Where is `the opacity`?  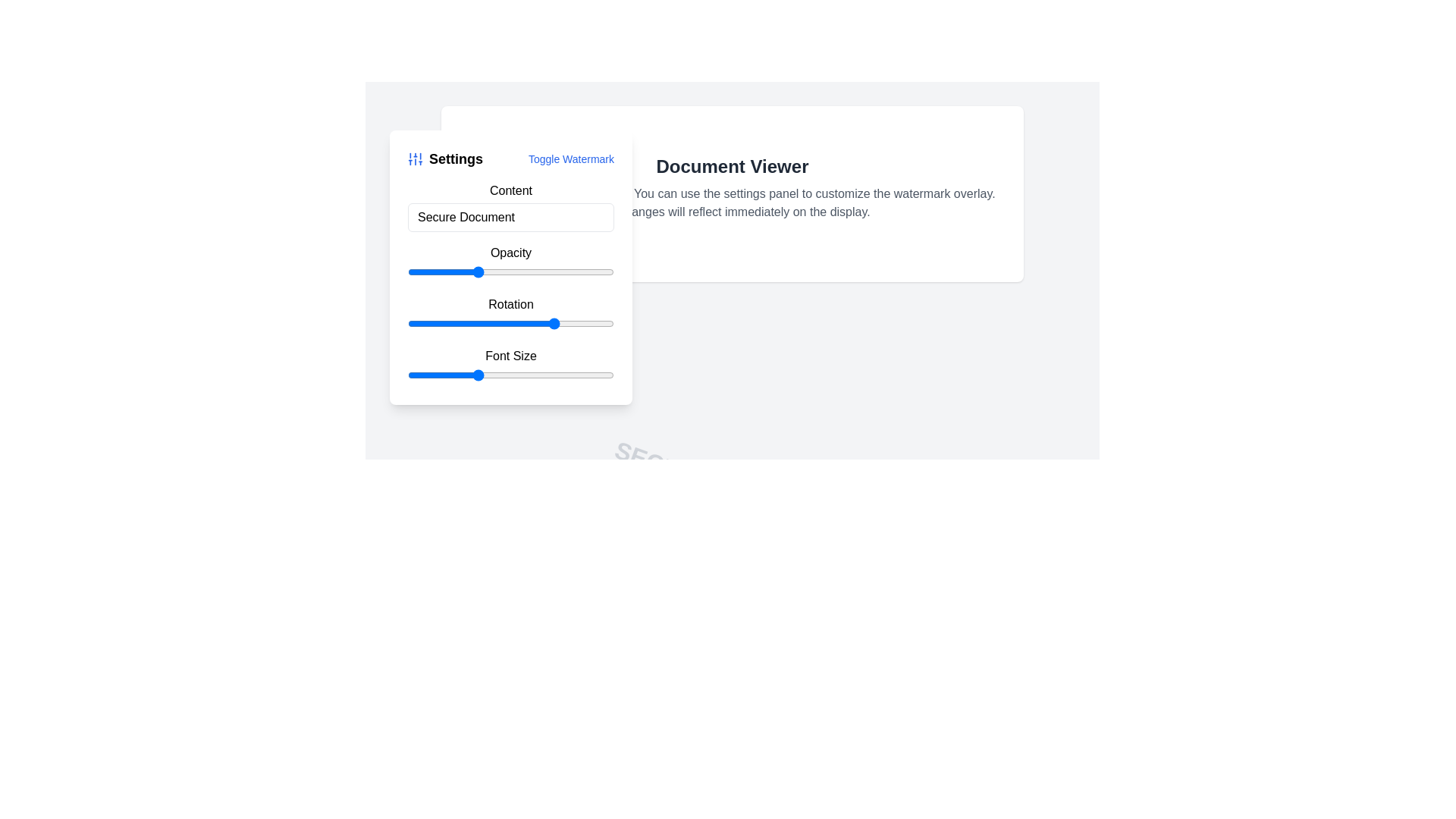
the opacity is located at coordinates (384, 271).